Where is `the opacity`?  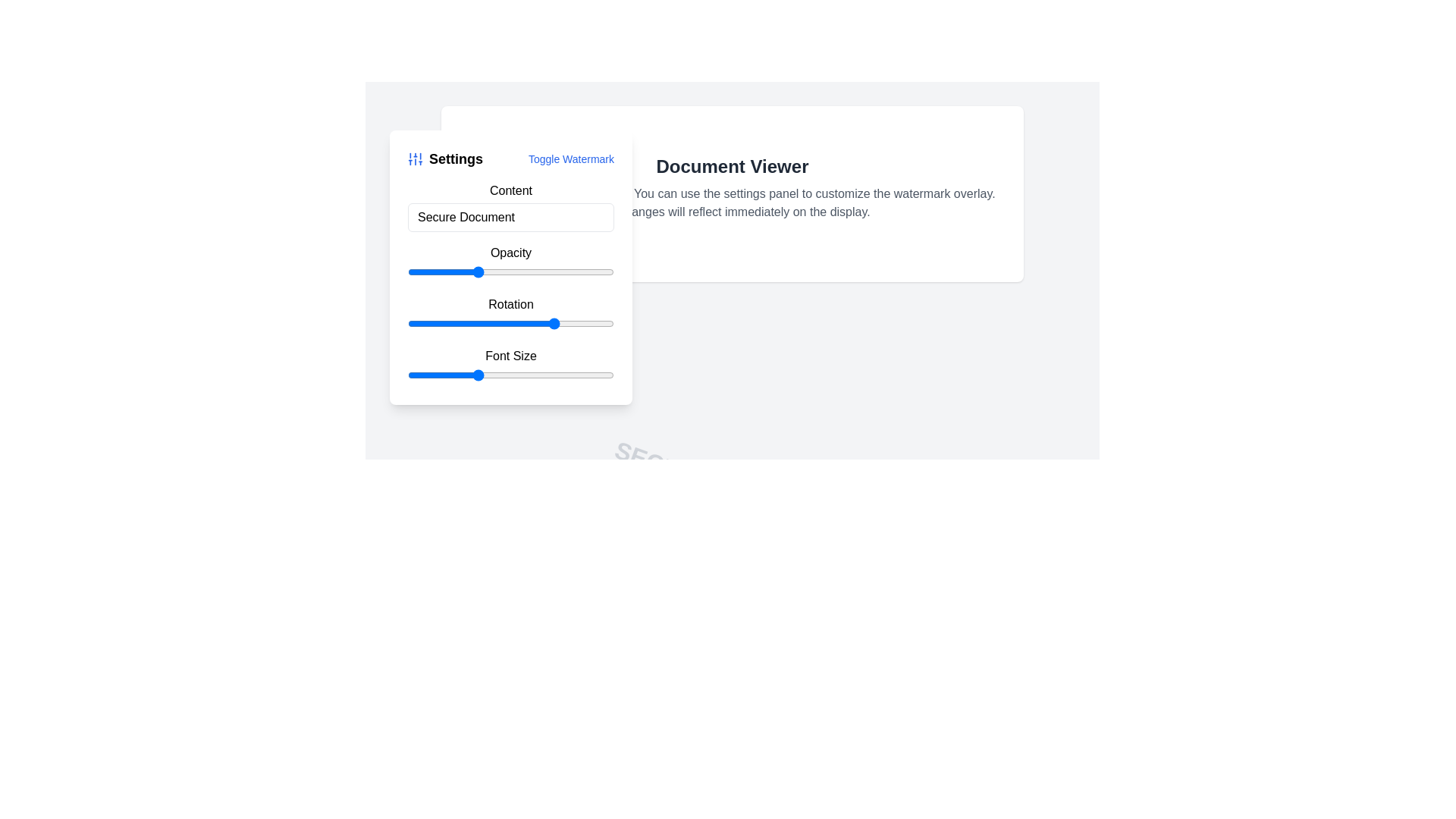
the opacity is located at coordinates (384, 271).